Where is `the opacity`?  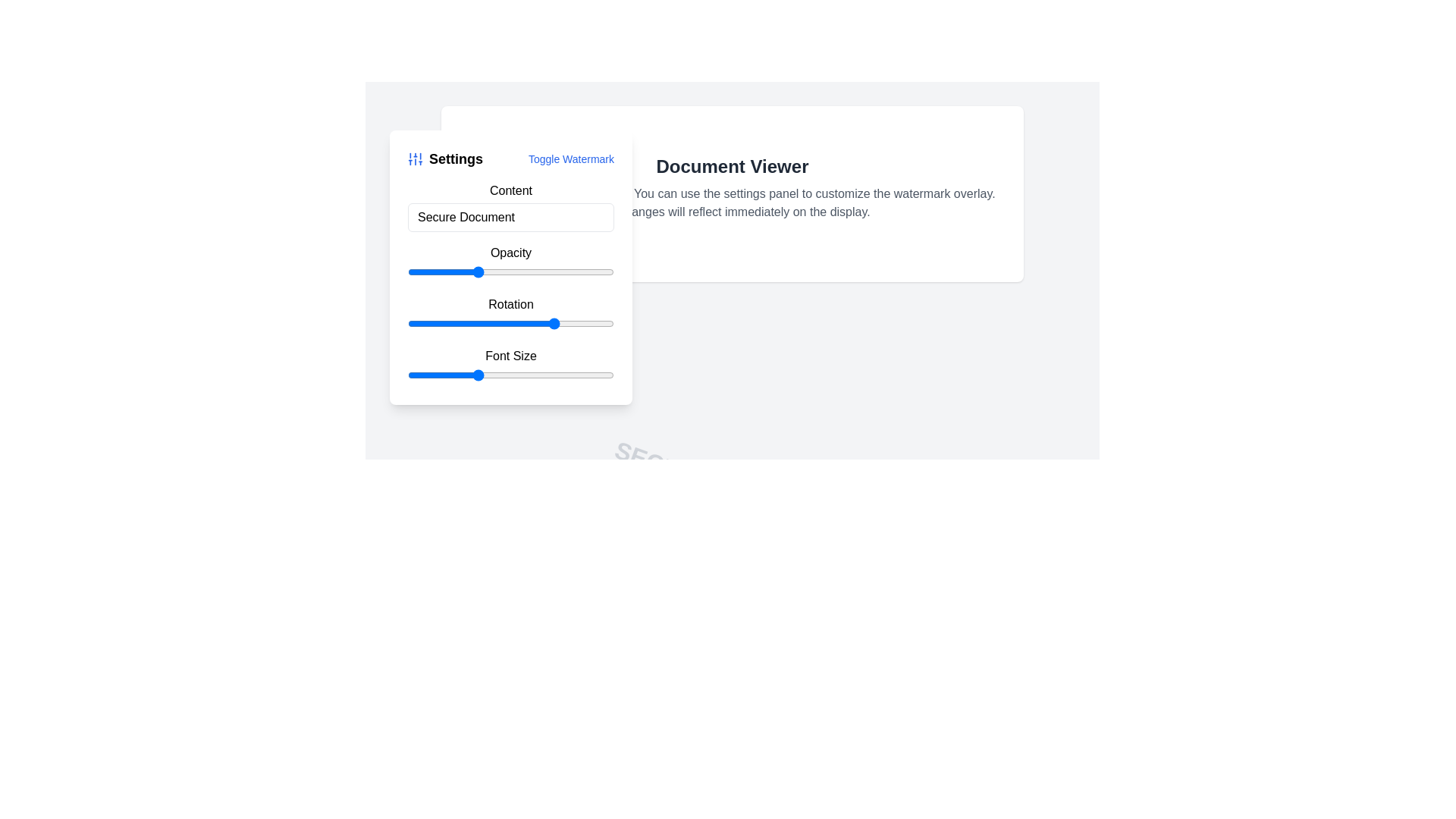
the opacity is located at coordinates (384, 271).